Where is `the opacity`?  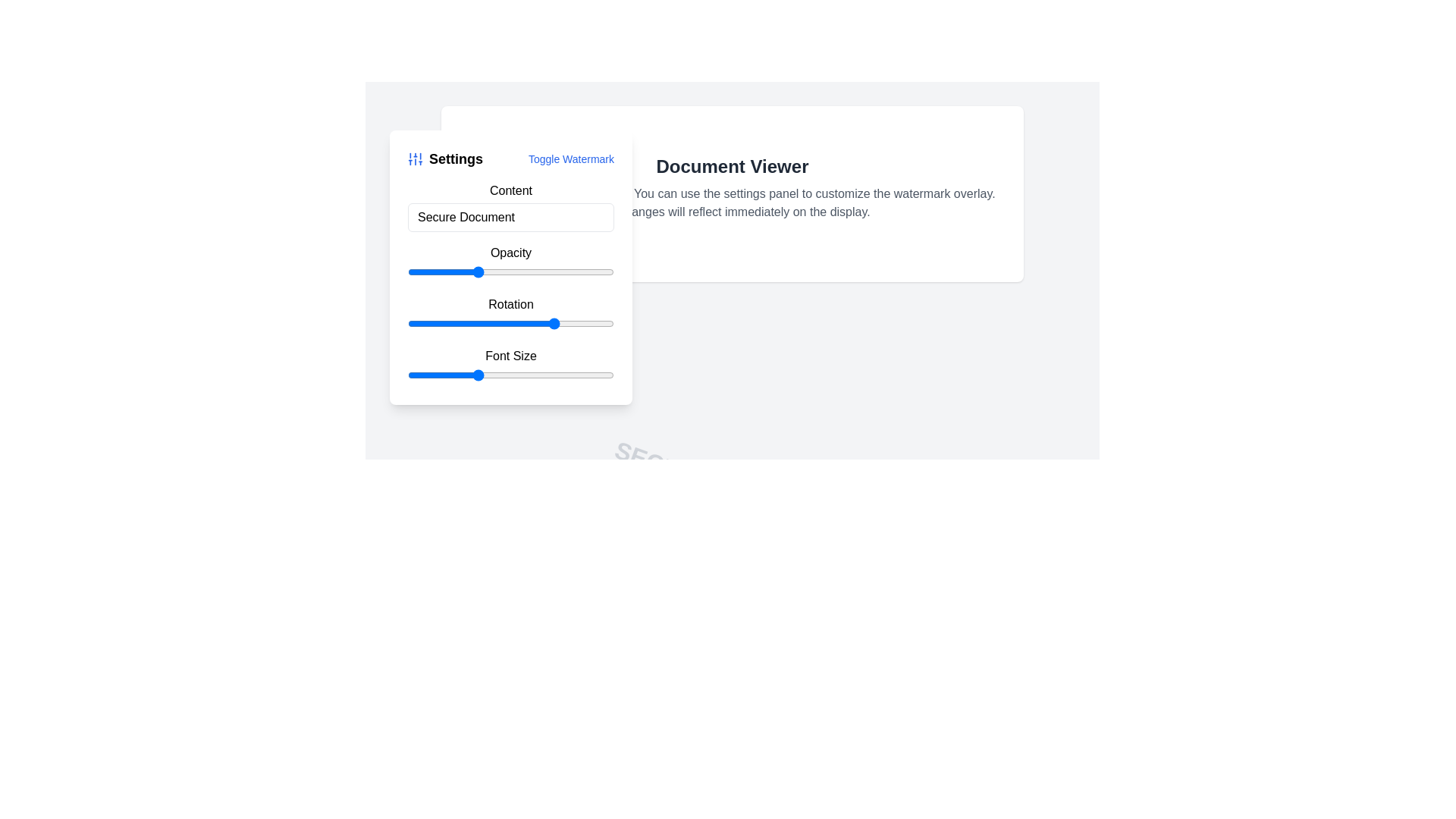
the opacity is located at coordinates (384, 271).